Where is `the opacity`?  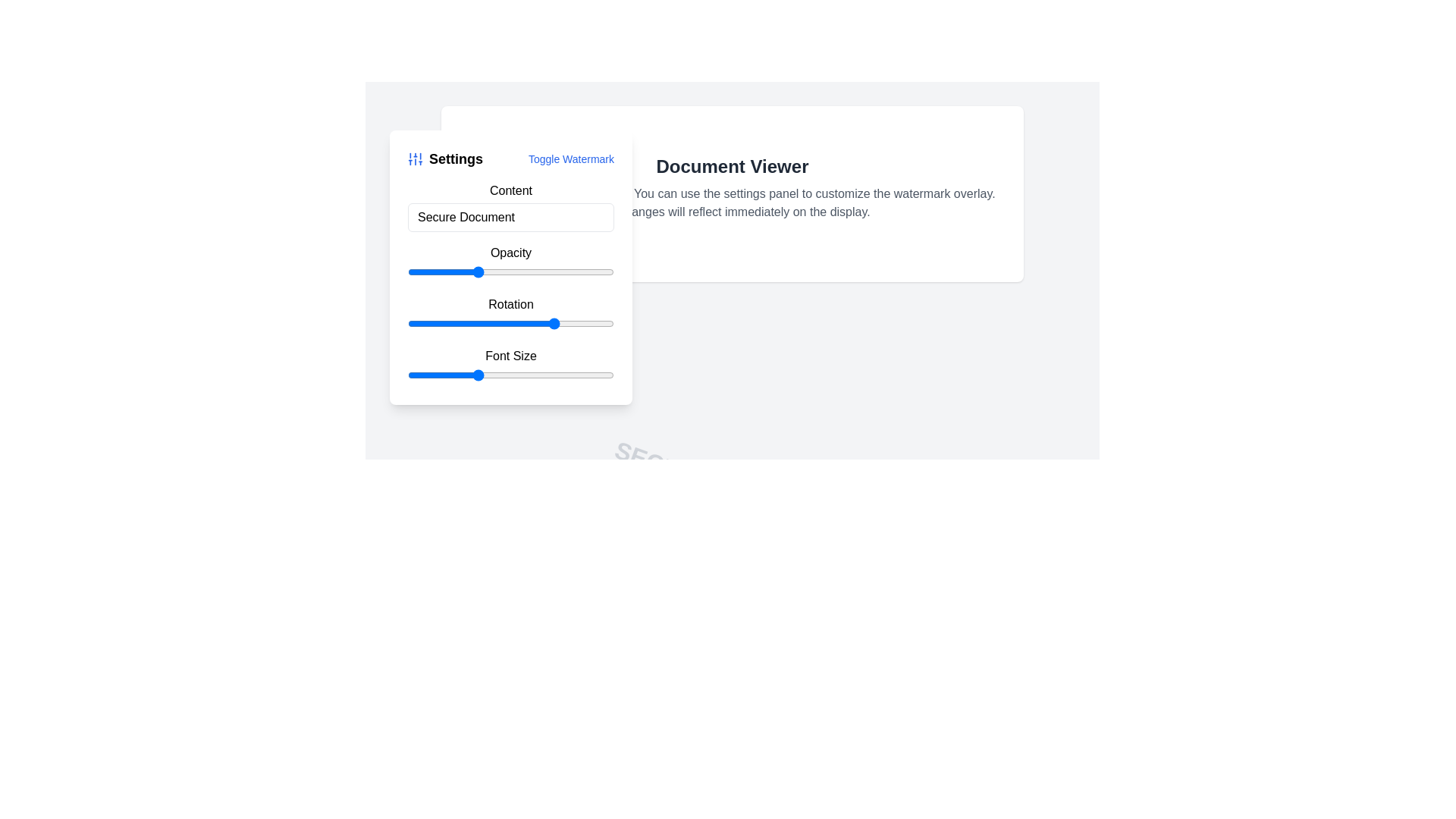
the opacity is located at coordinates (384, 271).